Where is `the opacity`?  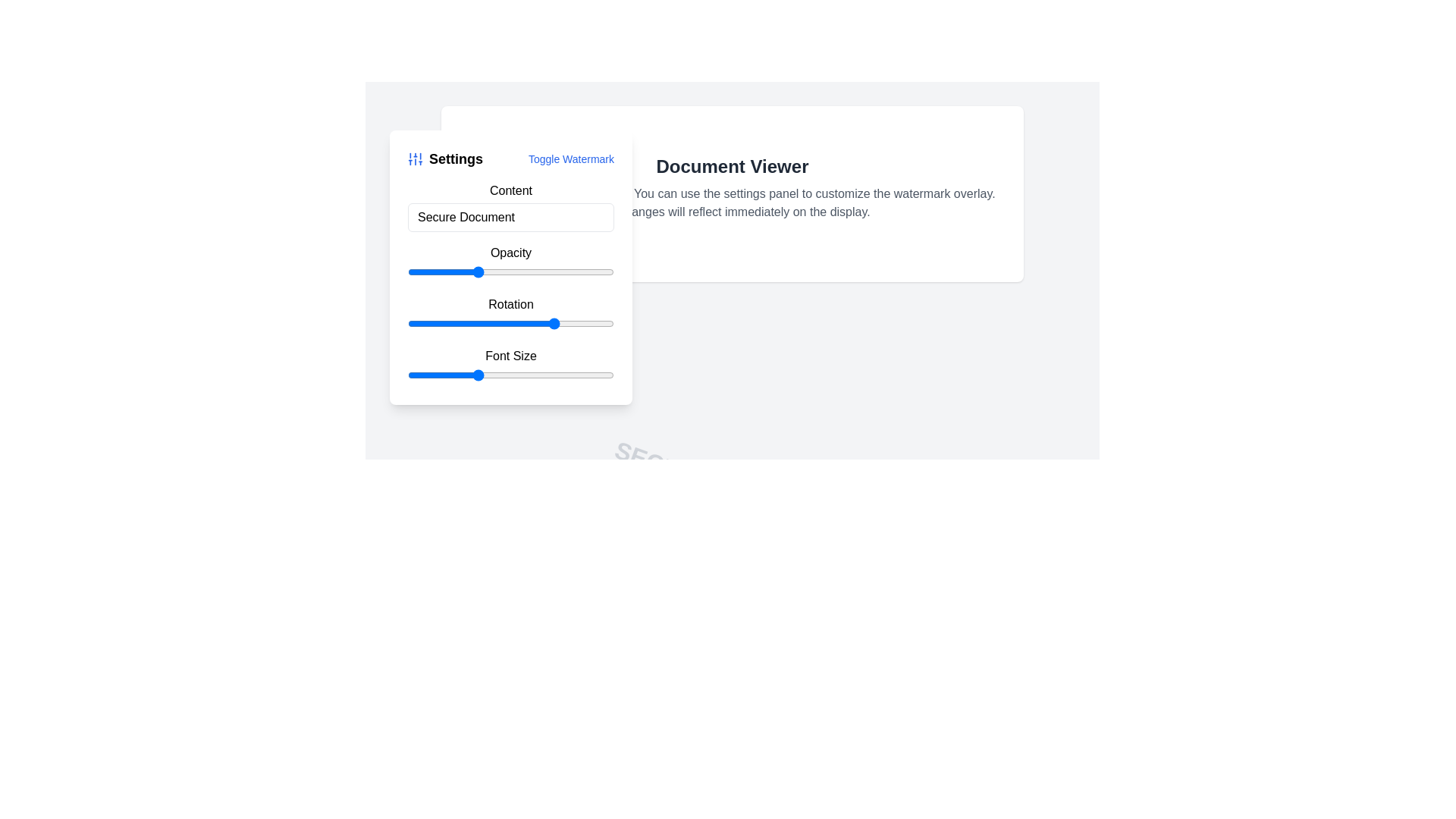
the opacity is located at coordinates (384, 271).